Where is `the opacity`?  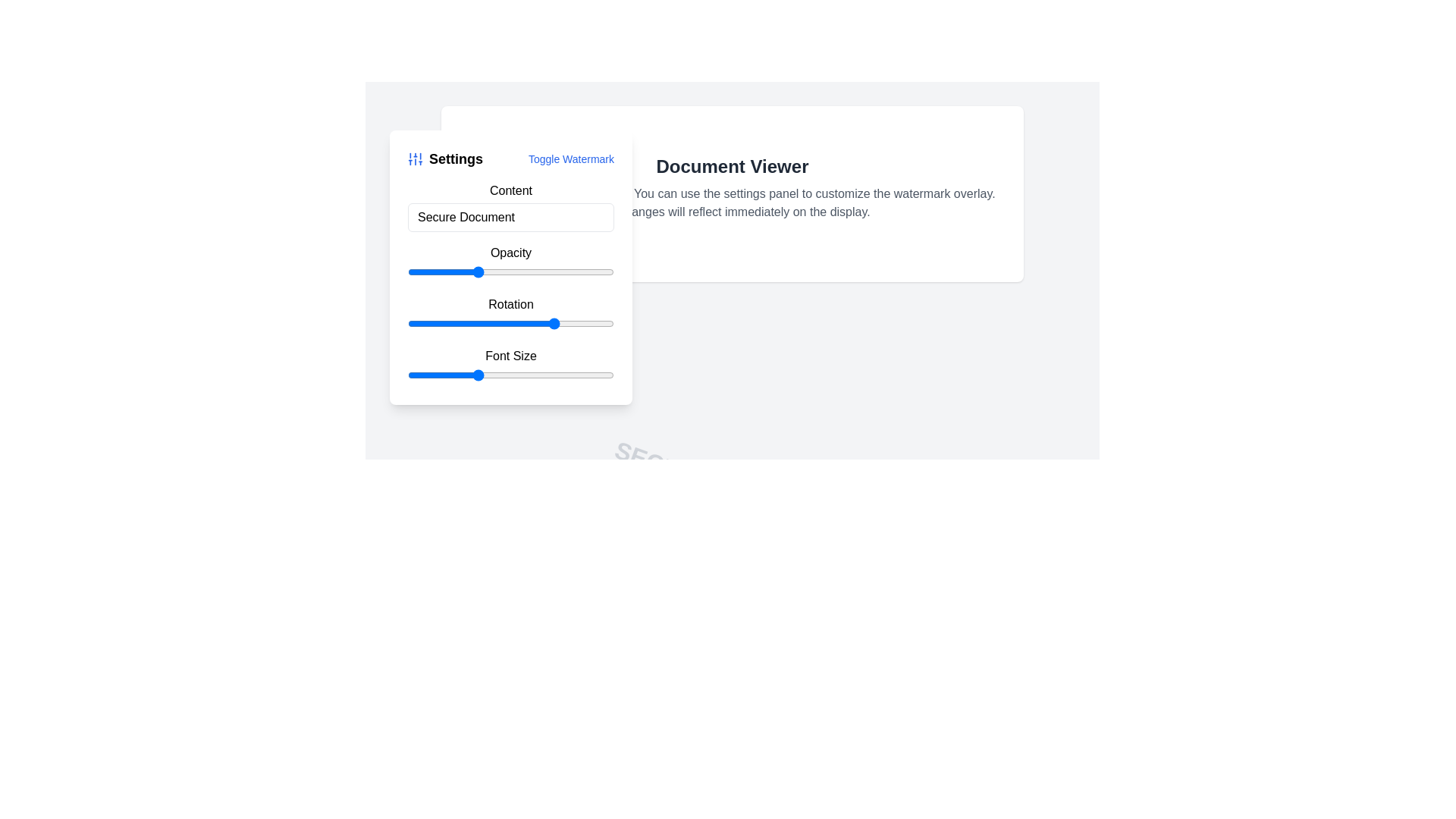
the opacity is located at coordinates (384, 271).